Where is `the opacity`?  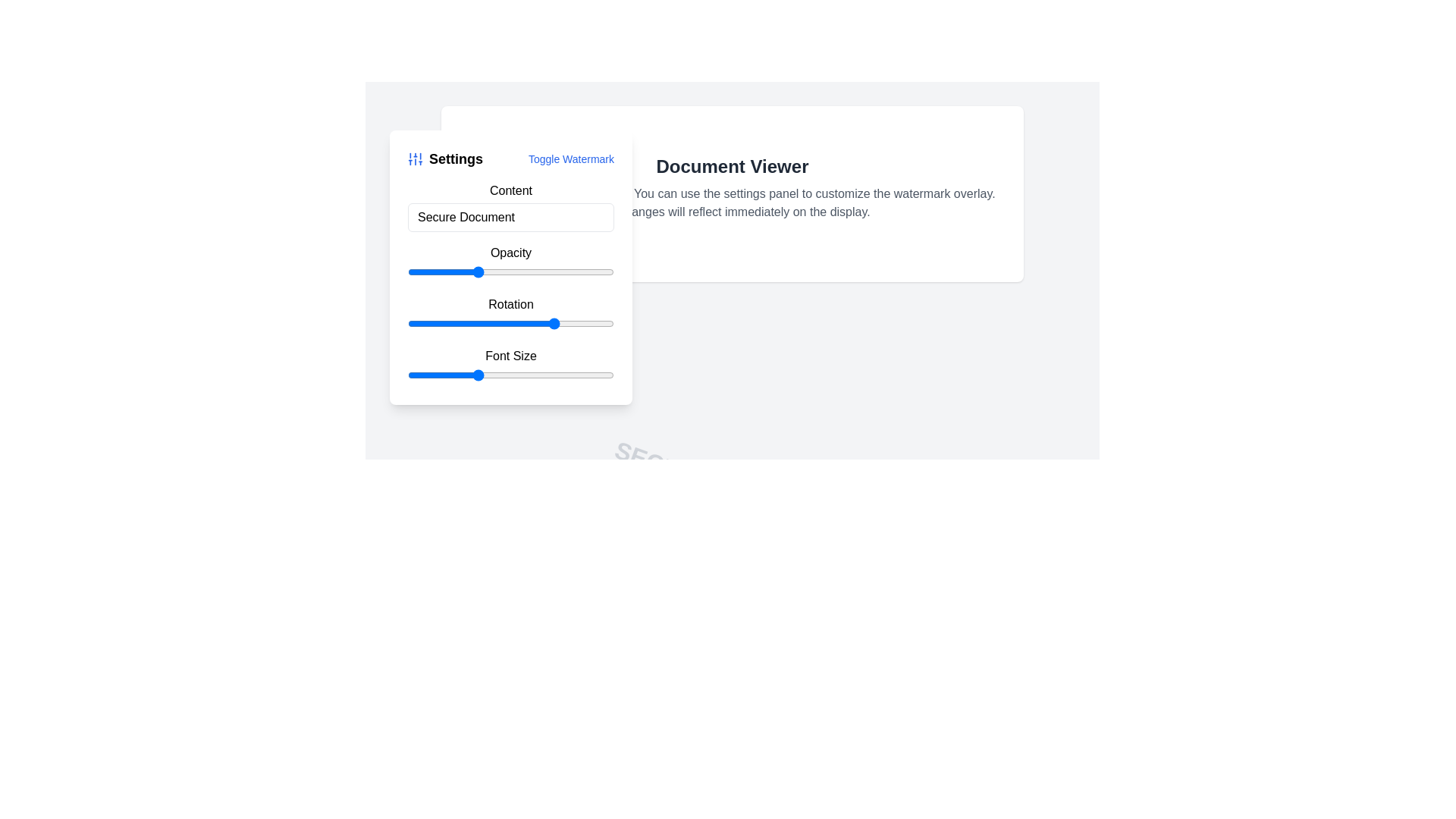
the opacity is located at coordinates (384, 271).